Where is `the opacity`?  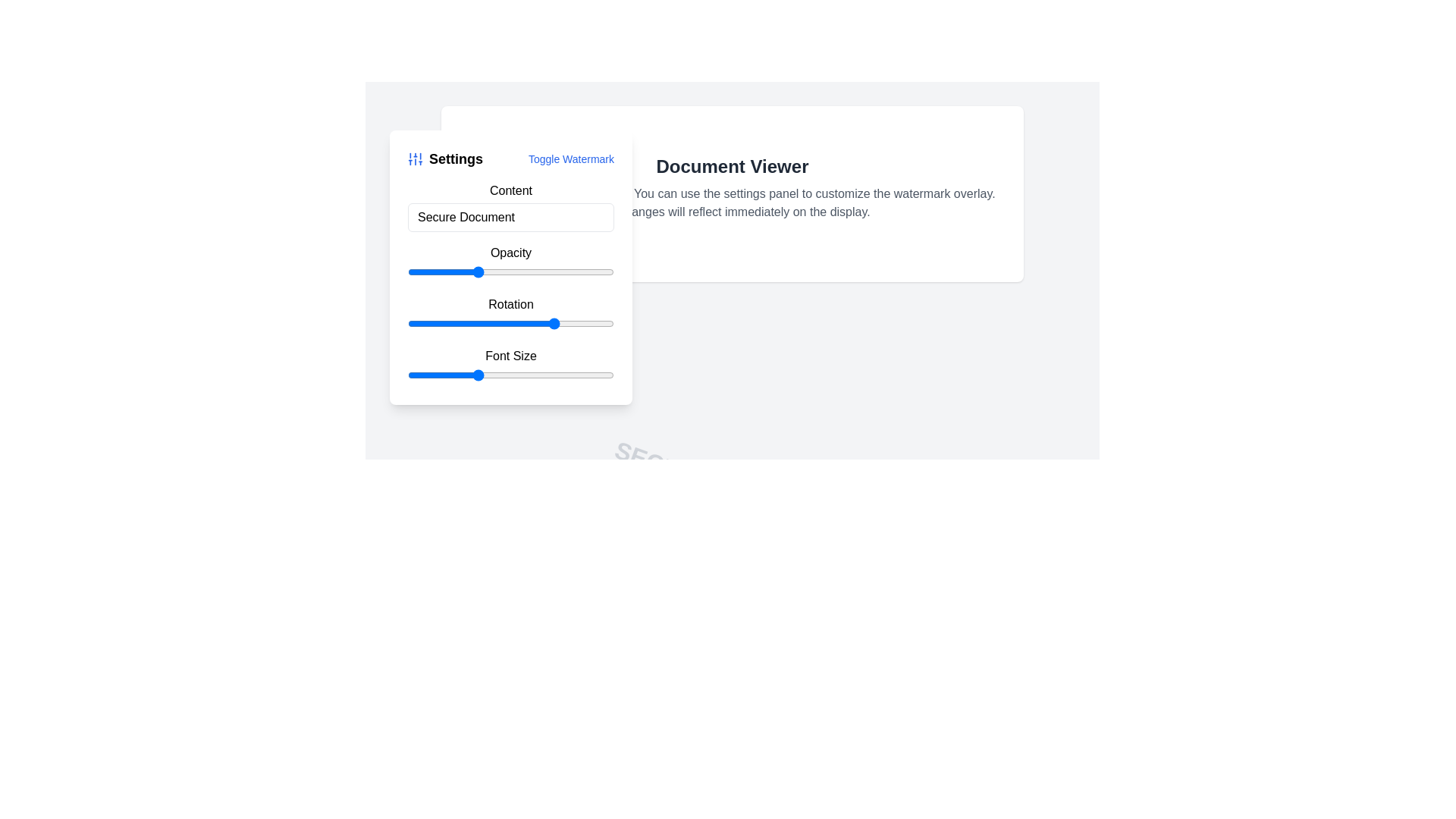
the opacity is located at coordinates (384, 271).